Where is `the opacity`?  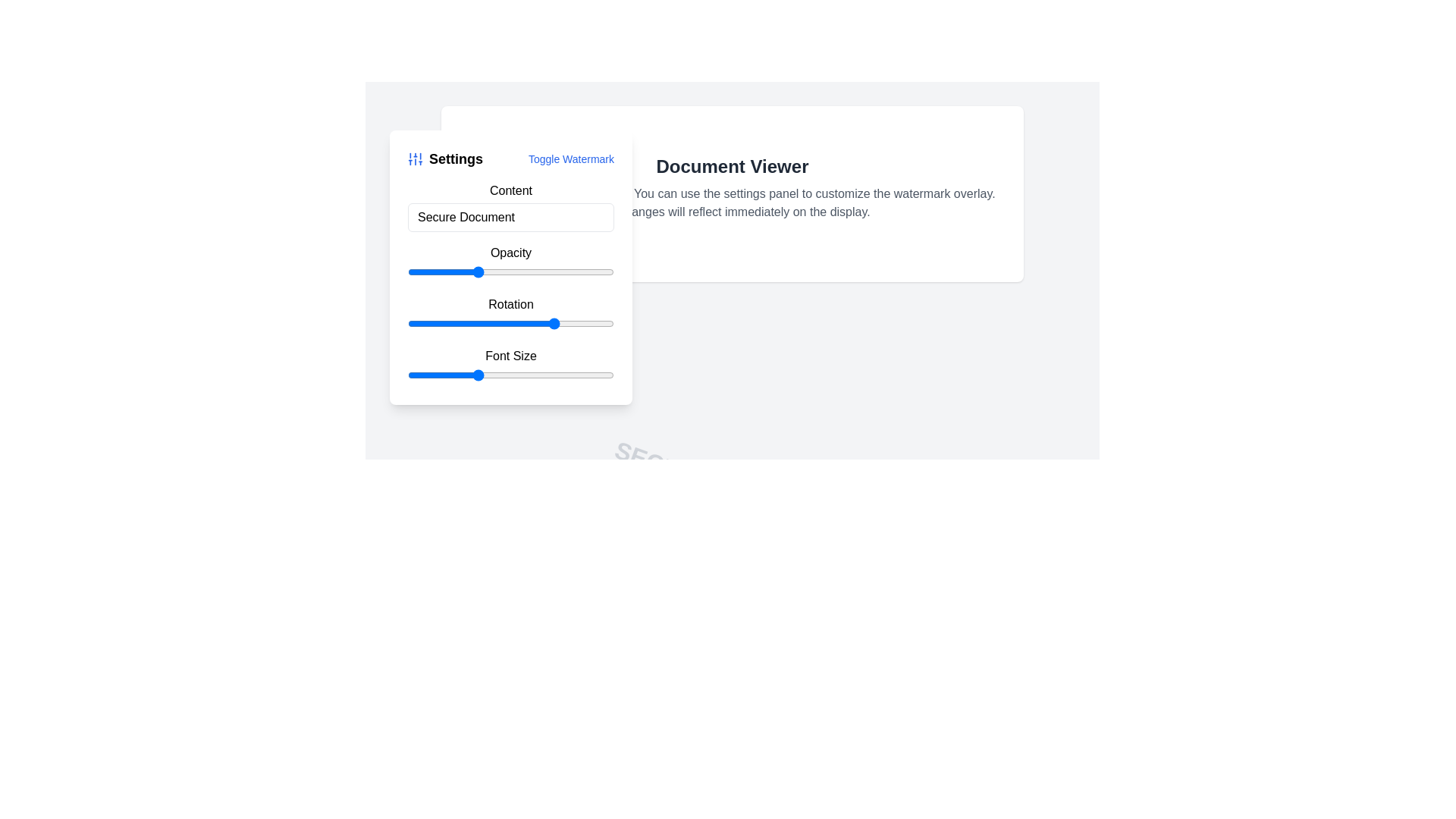
the opacity is located at coordinates (384, 271).